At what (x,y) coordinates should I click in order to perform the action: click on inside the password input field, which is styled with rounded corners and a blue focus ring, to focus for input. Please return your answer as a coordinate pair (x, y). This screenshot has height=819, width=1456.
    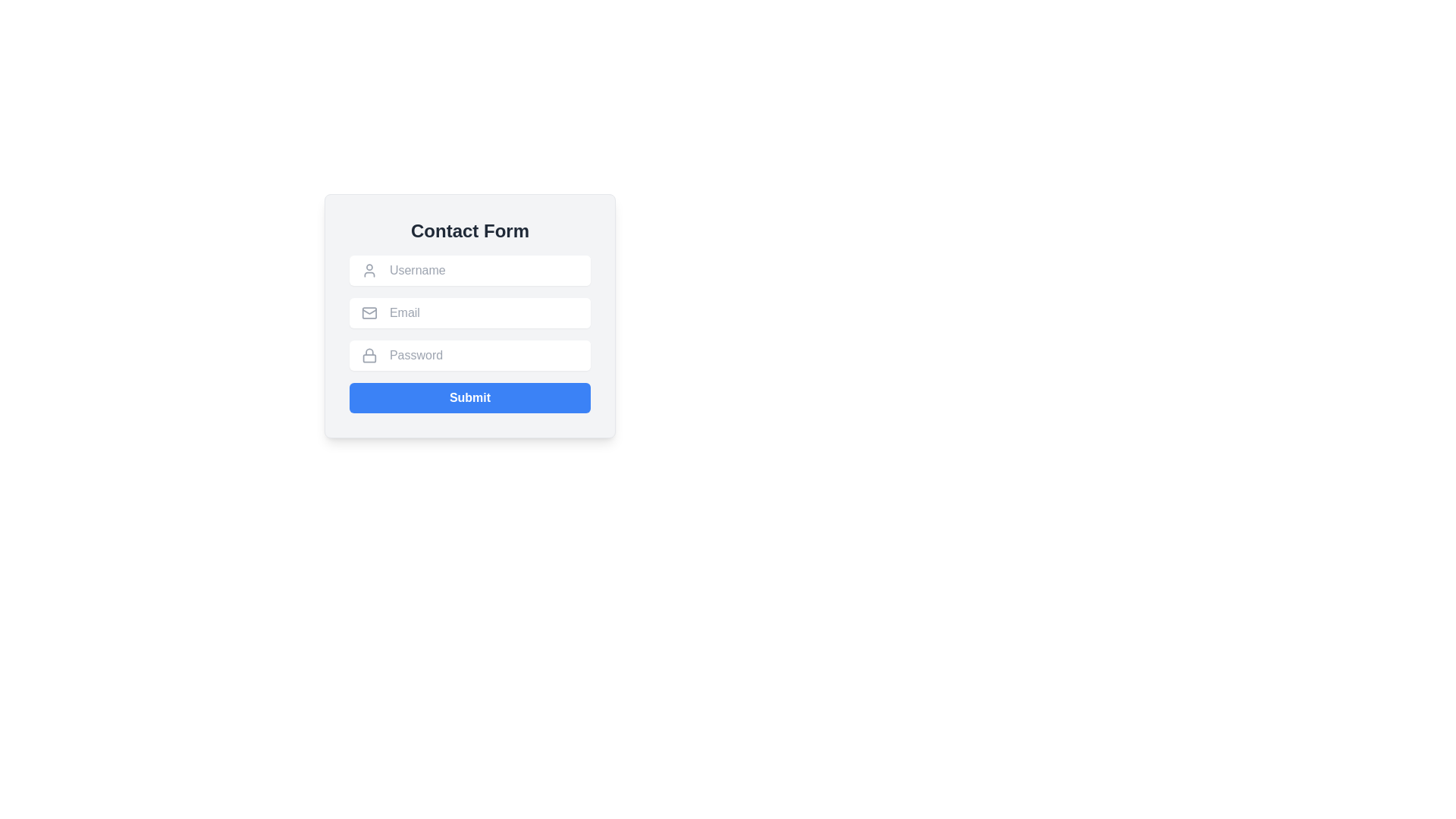
    Looking at the image, I should click on (483, 356).